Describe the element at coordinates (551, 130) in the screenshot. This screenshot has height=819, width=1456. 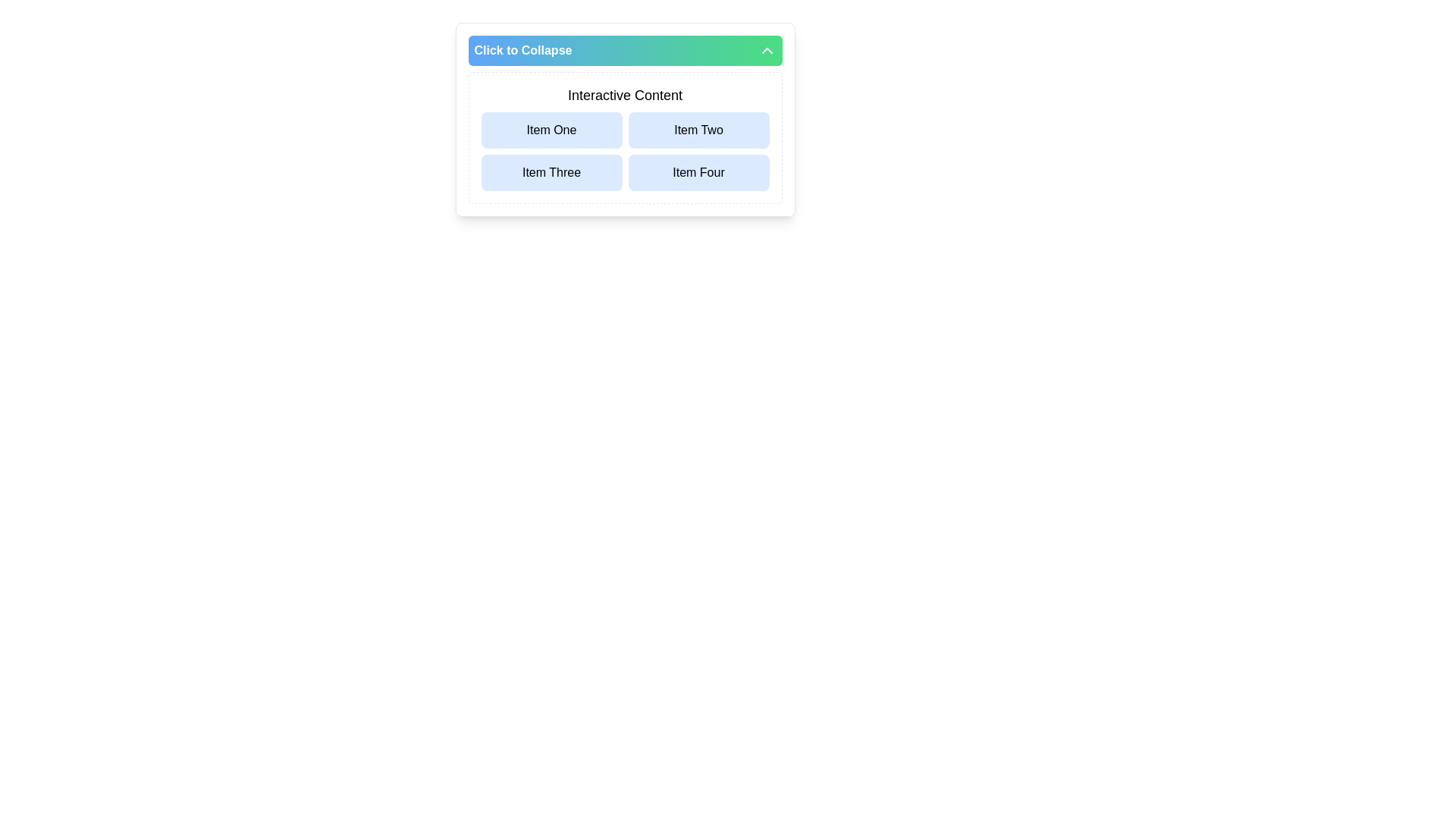
I see `the static label button 'Item One' which has a blue background and bold black text, located in the top-left position of a 2x2 grid layout` at that location.